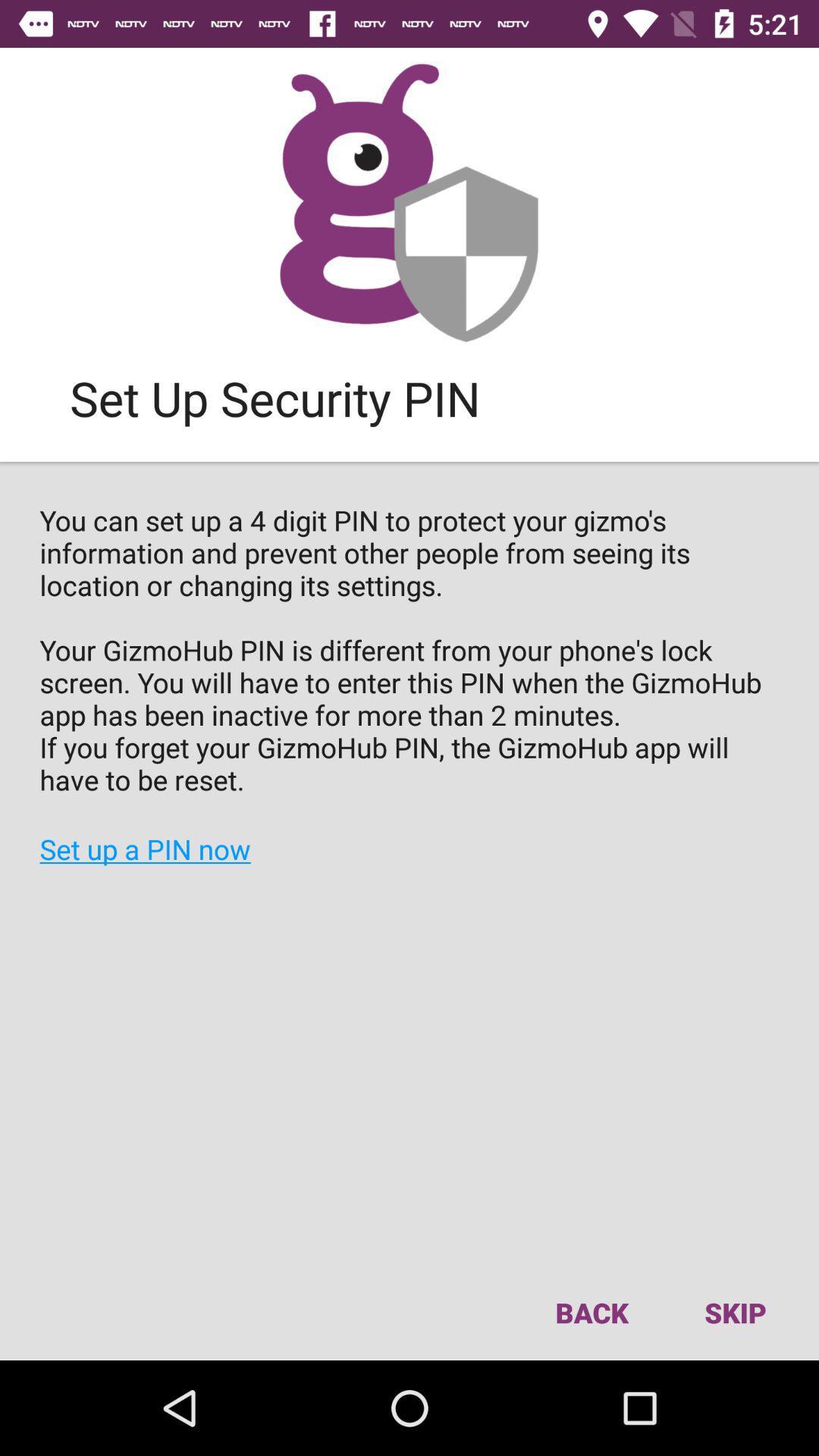 Image resolution: width=819 pixels, height=1456 pixels. Describe the element at coordinates (591, 1312) in the screenshot. I see `back icon` at that location.